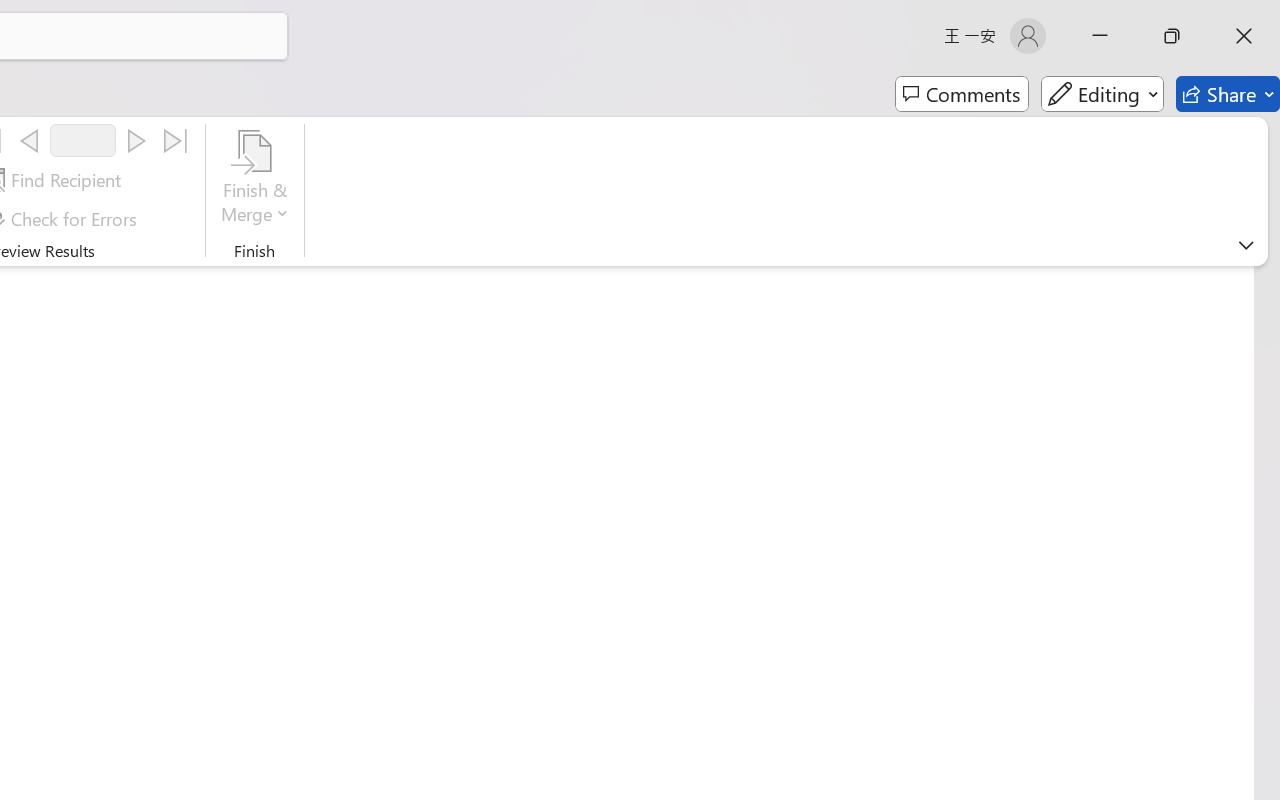 The height and width of the screenshot is (800, 1280). What do you see at coordinates (1245, 244) in the screenshot?
I see `'Ribbon Display Options'` at bounding box center [1245, 244].